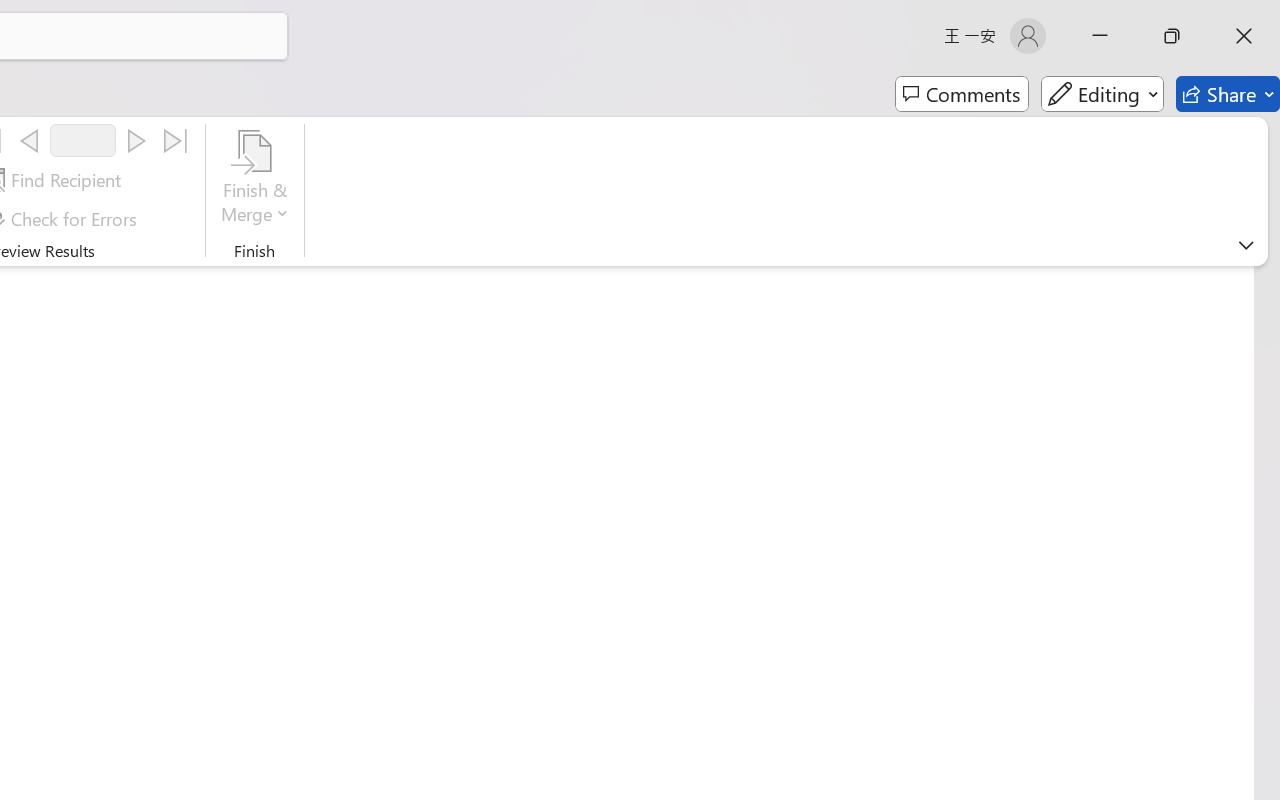 The height and width of the screenshot is (800, 1280). What do you see at coordinates (1245, 244) in the screenshot?
I see `'Ribbon Display Options'` at bounding box center [1245, 244].